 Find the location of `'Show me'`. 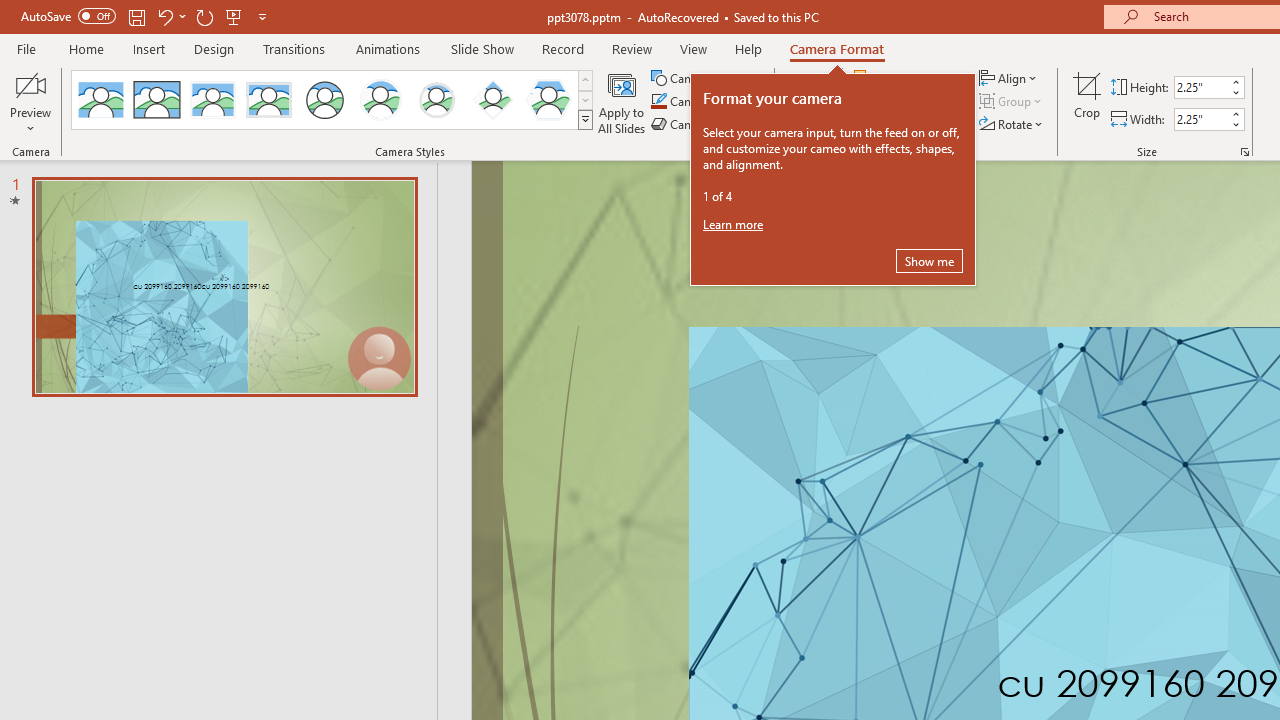

'Show me' is located at coordinates (928, 260).